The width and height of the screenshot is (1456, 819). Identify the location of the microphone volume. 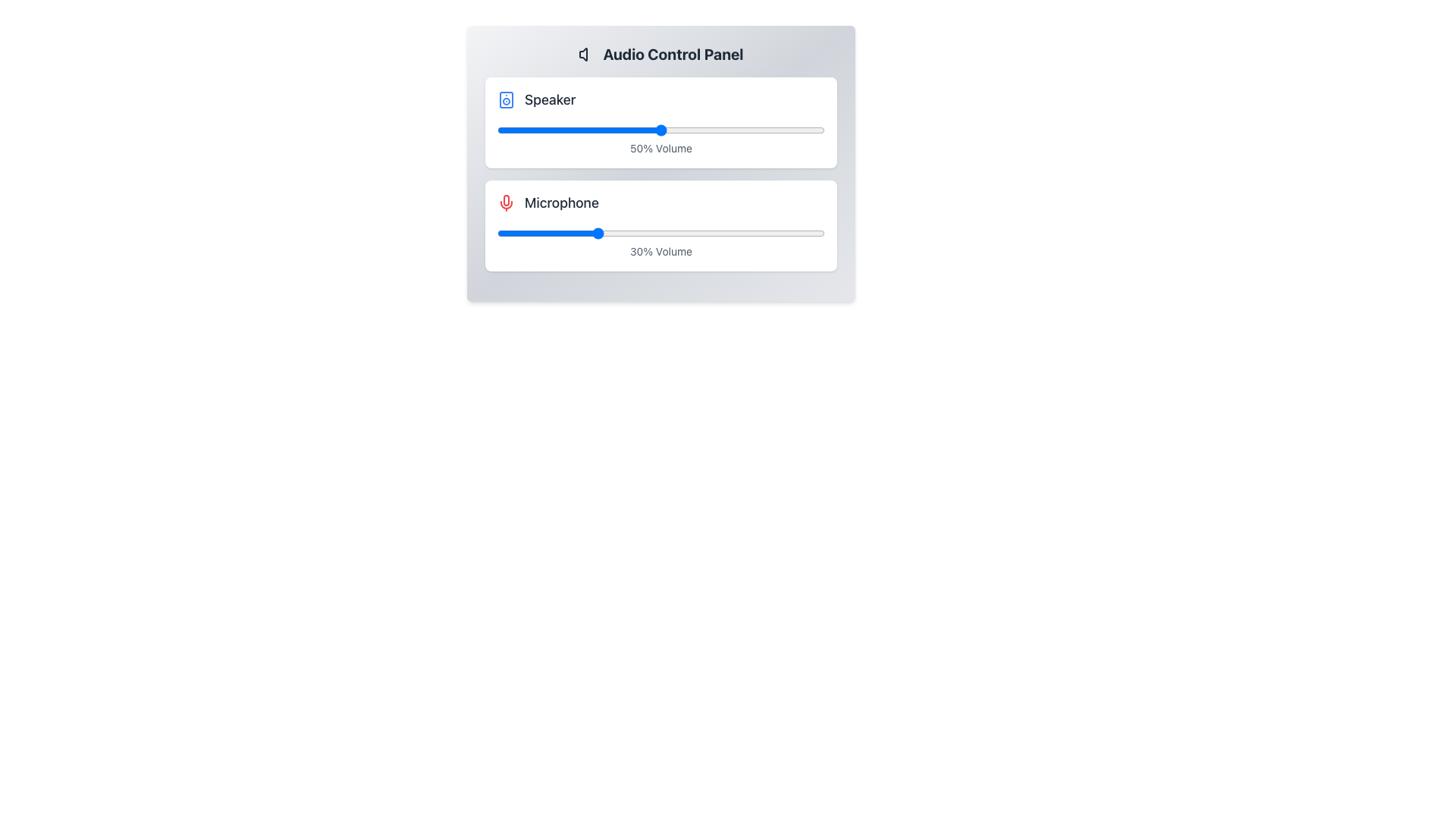
(565, 234).